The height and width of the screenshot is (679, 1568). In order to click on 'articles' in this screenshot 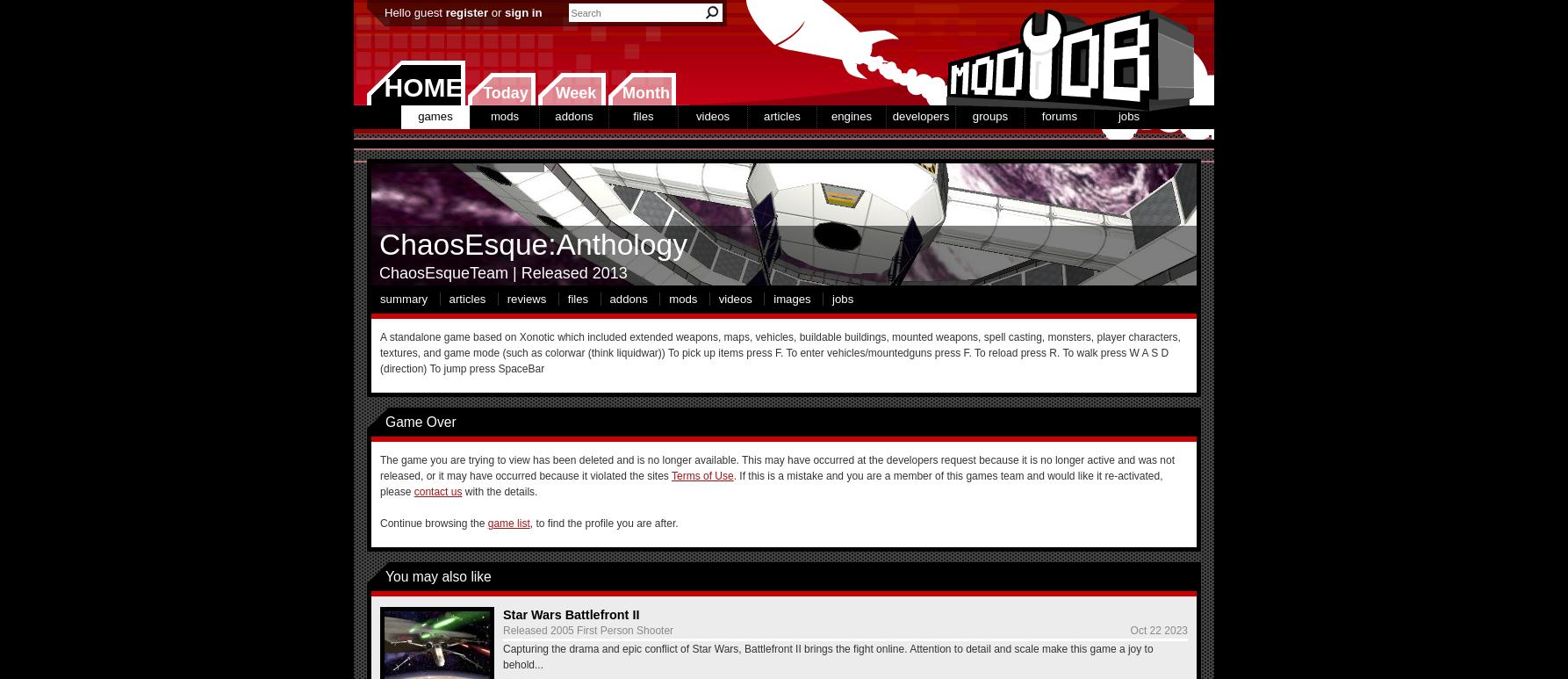, I will do `click(466, 297)`.